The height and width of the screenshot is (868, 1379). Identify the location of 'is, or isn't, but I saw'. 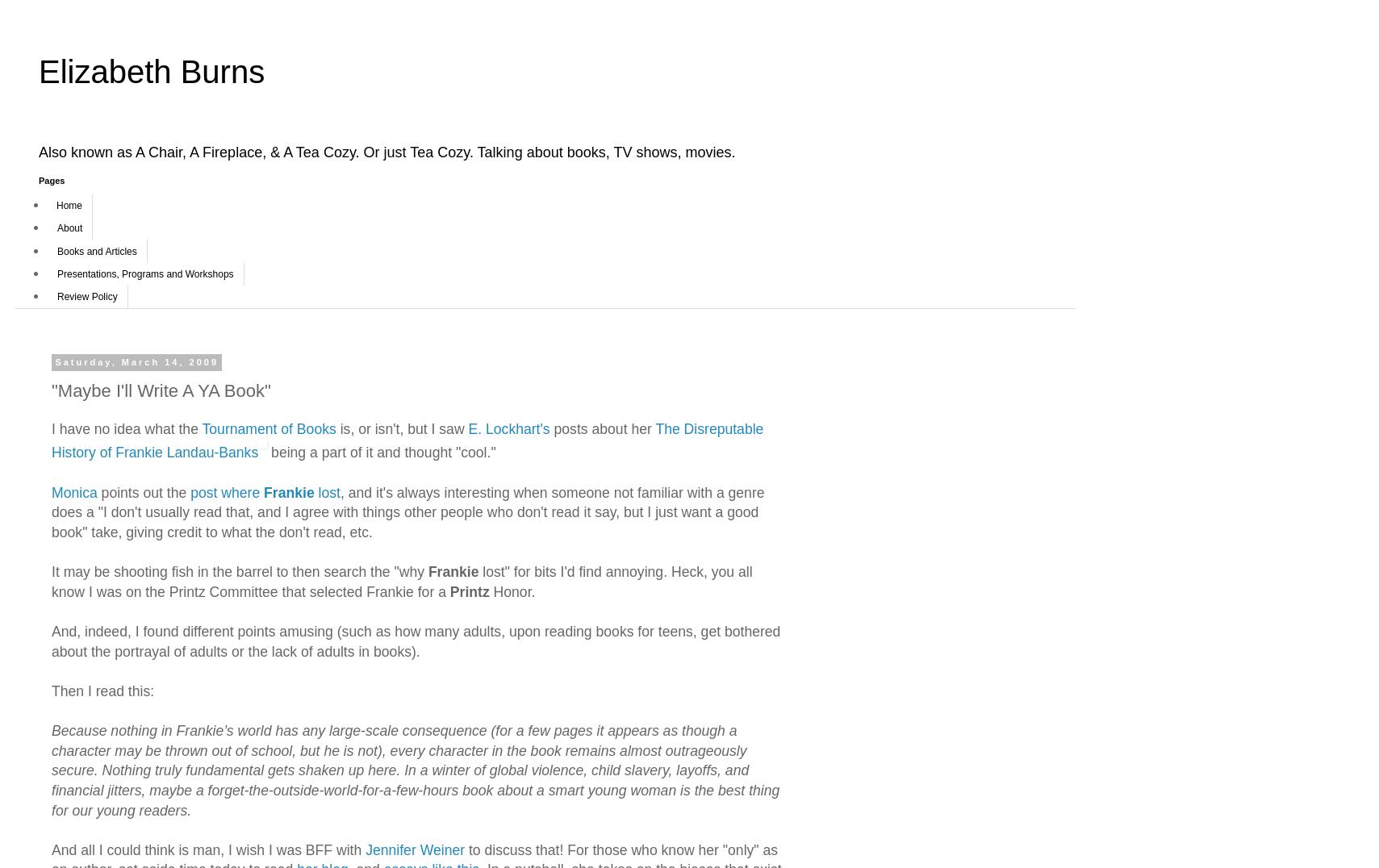
(401, 428).